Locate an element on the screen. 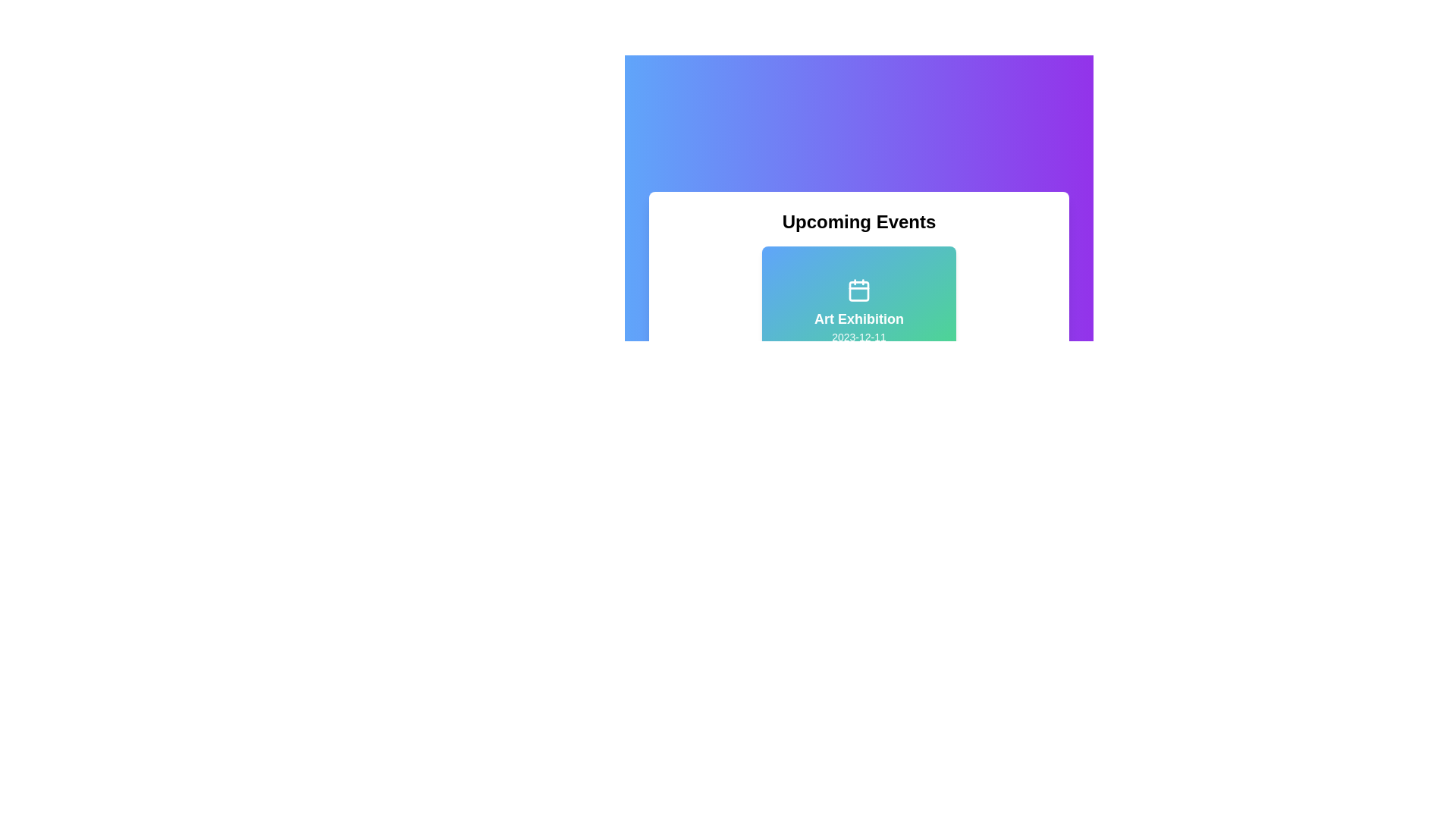 This screenshot has width=1456, height=819. the bold title text 'Upcoming Events' which is prominently placed at the start of the section is located at coordinates (858, 222).